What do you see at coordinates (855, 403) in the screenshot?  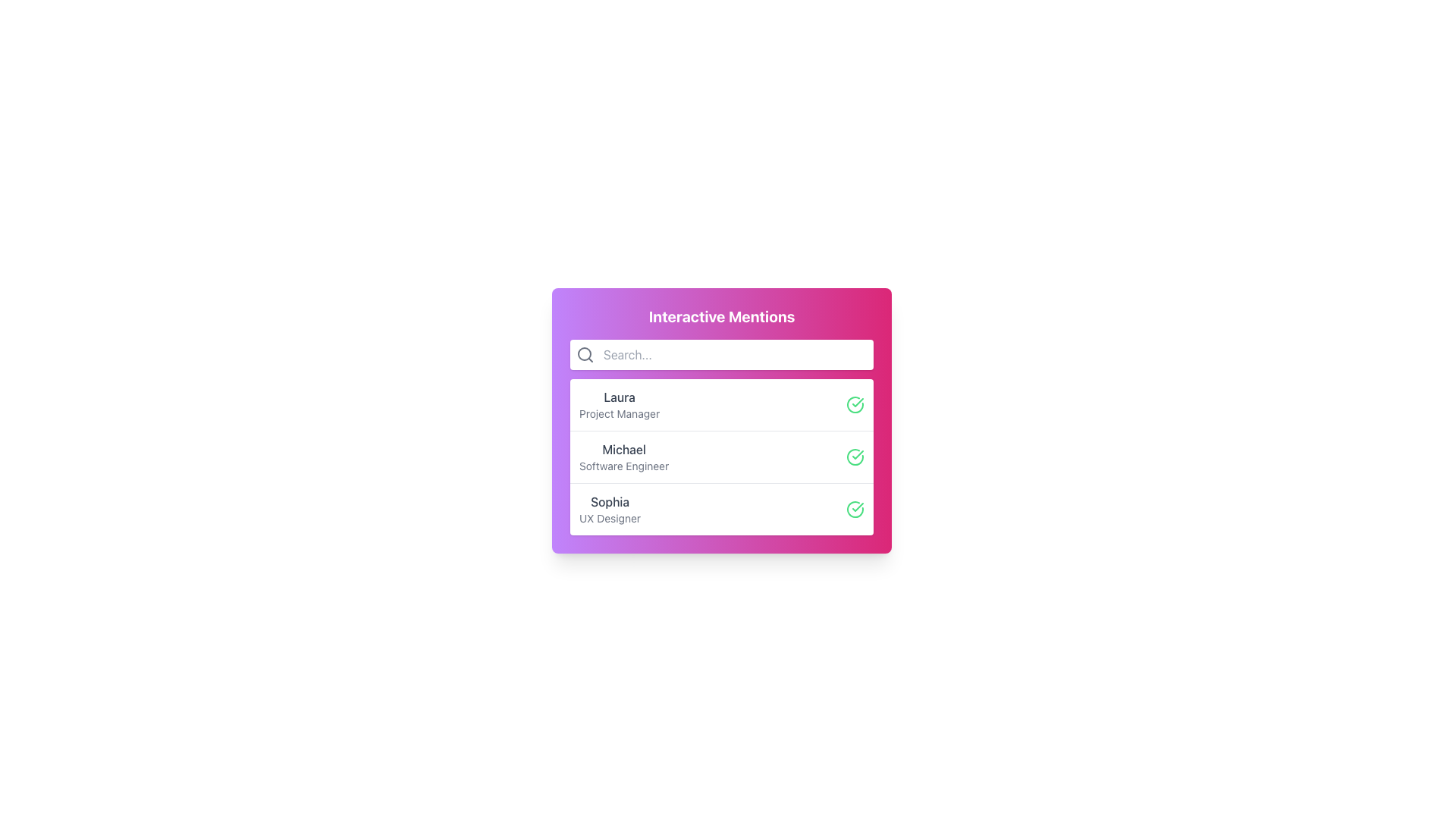 I see `the acknowledgment icon` at bounding box center [855, 403].